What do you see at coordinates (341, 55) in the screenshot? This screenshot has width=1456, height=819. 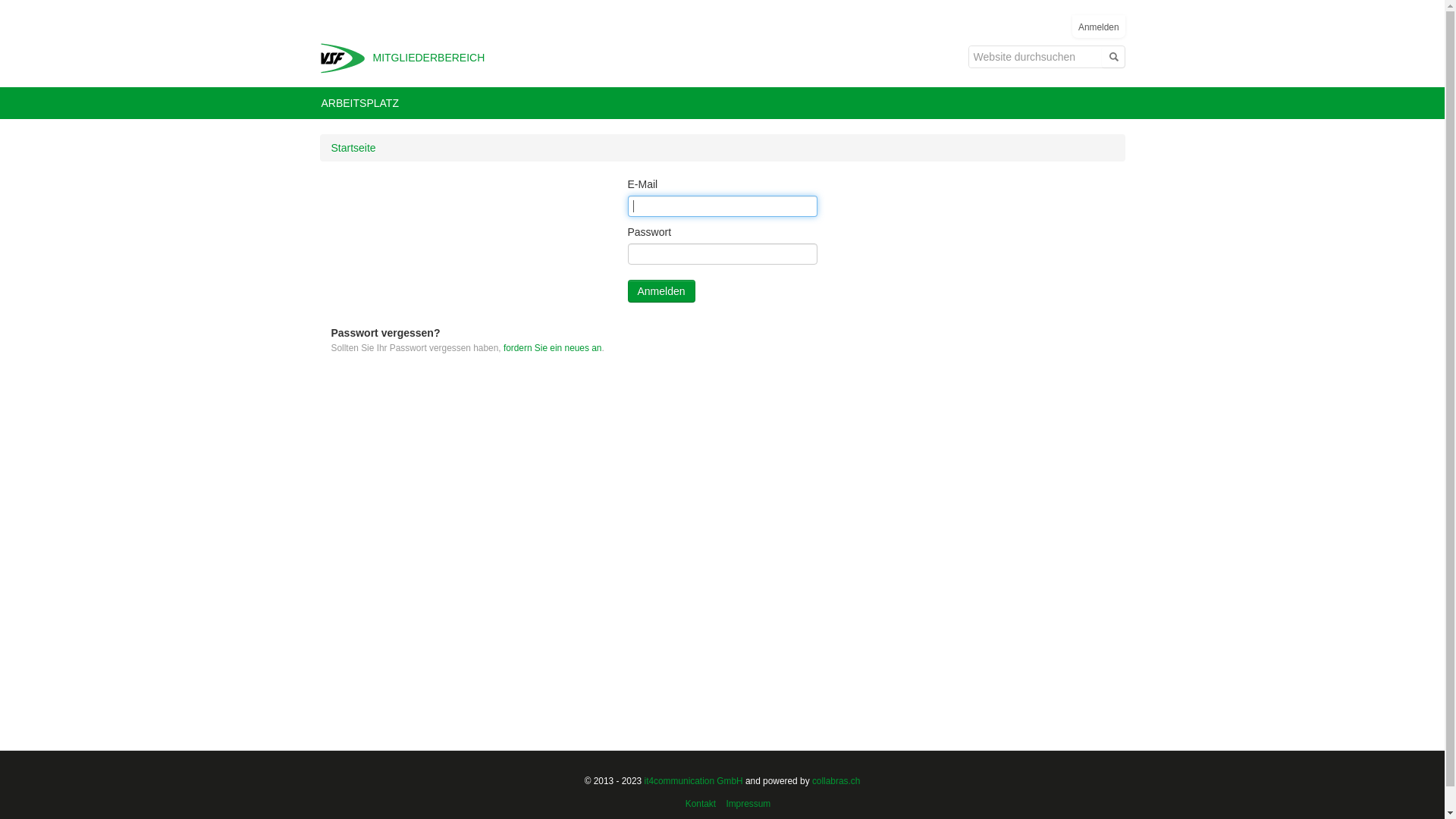 I see `'VSF Extranet'` at bounding box center [341, 55].